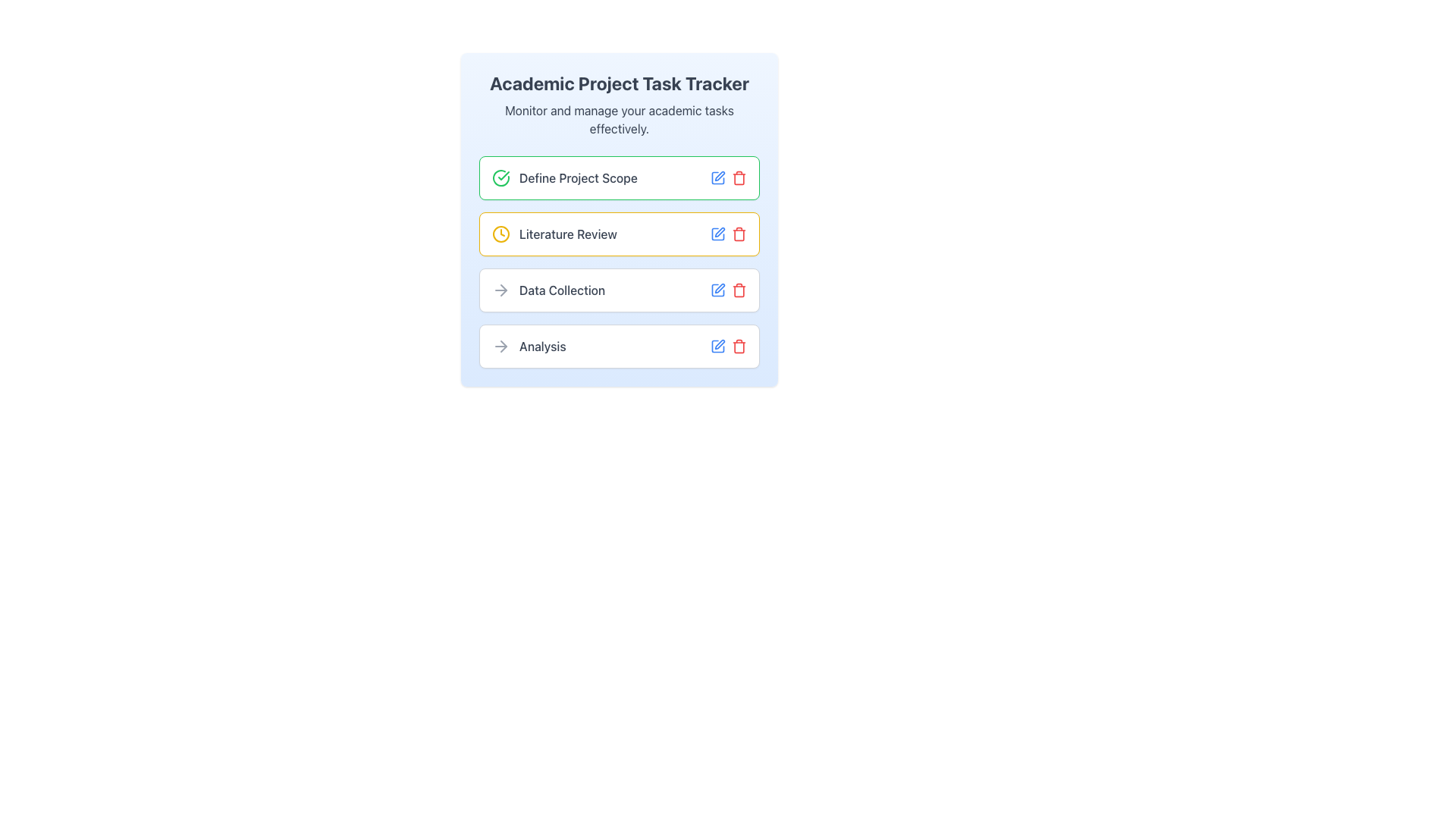  I want to click on the delete icon button located at the right end of the 'Data Collection' task row, so click(728, 290).